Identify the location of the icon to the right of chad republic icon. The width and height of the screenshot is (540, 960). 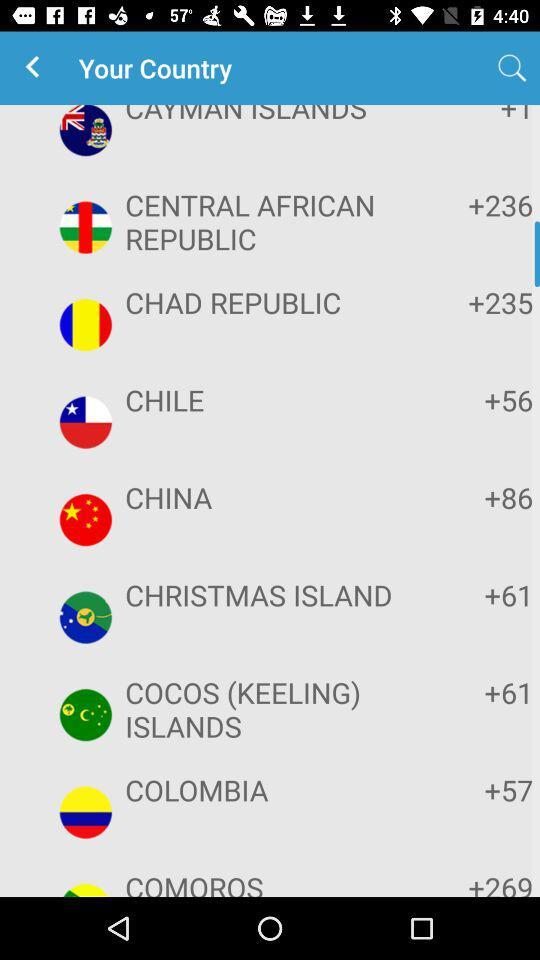
(471, 302).